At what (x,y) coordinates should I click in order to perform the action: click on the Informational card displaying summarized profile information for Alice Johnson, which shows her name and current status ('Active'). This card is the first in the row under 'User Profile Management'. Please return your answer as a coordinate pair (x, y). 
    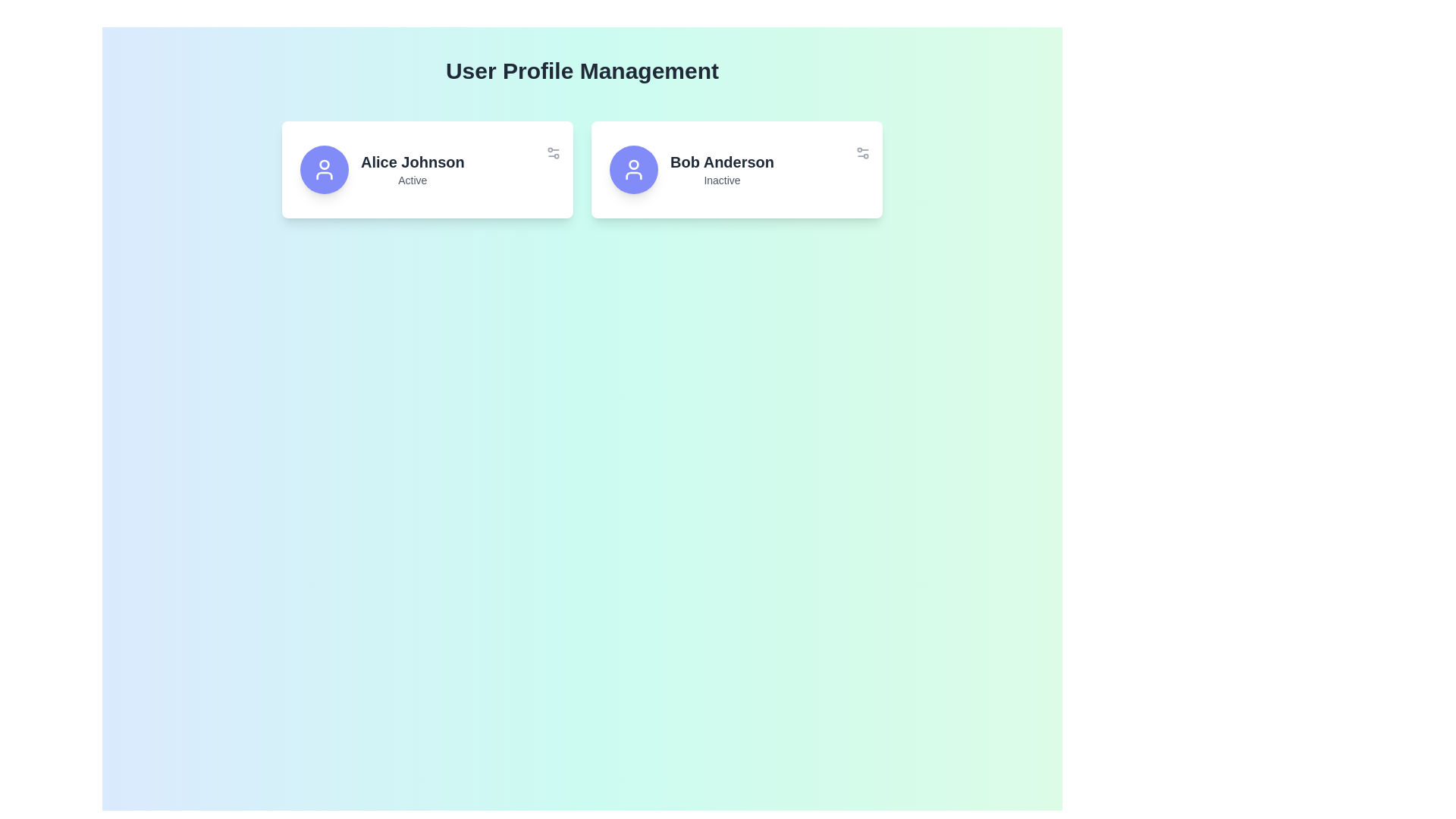
    Looking at the image, I should click on (427, 169).